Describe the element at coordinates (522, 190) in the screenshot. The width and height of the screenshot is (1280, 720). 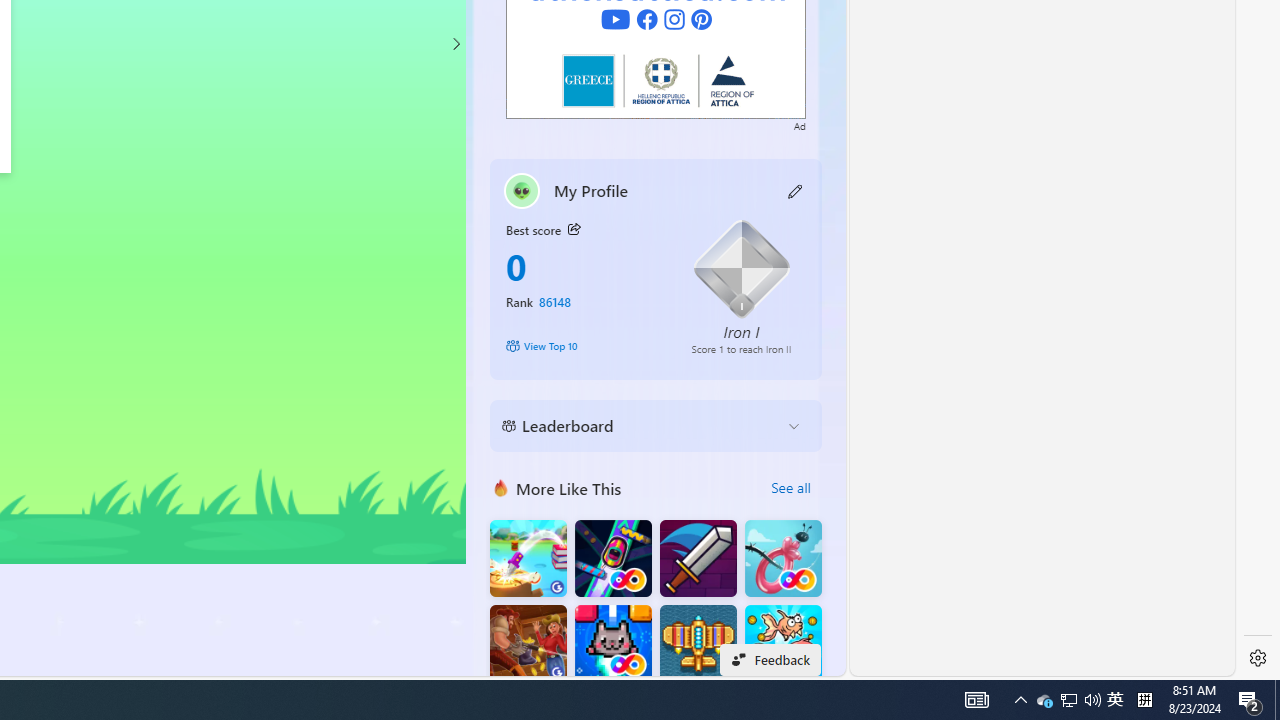
I see `'""'` at that location.